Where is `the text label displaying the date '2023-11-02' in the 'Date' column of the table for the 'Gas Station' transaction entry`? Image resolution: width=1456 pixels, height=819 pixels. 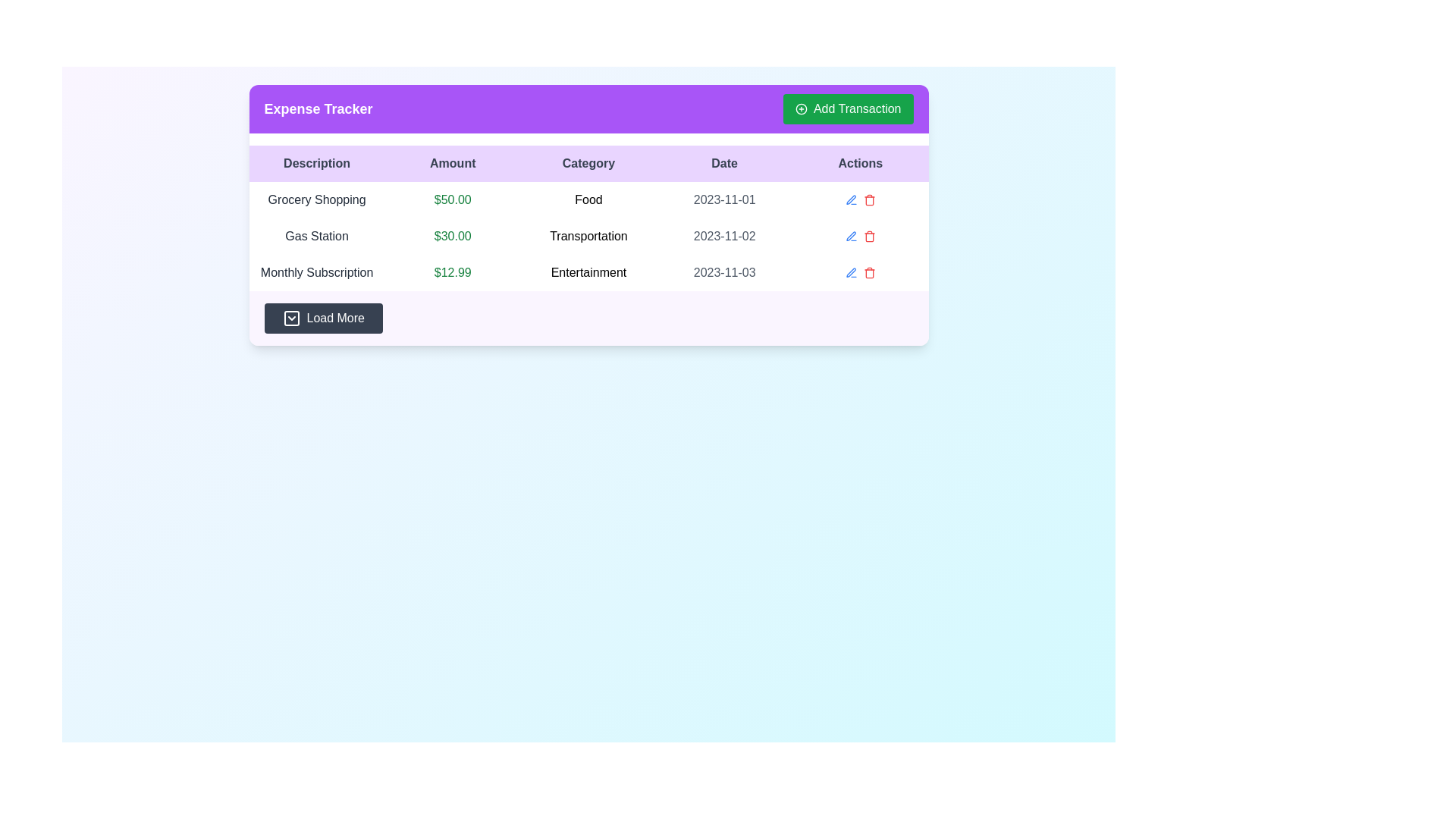 the text label displaying the date '2023-11-02' in the 'Date' column of the table for the 'Gas Station' transaction entry is located at coordinates (723, 237).